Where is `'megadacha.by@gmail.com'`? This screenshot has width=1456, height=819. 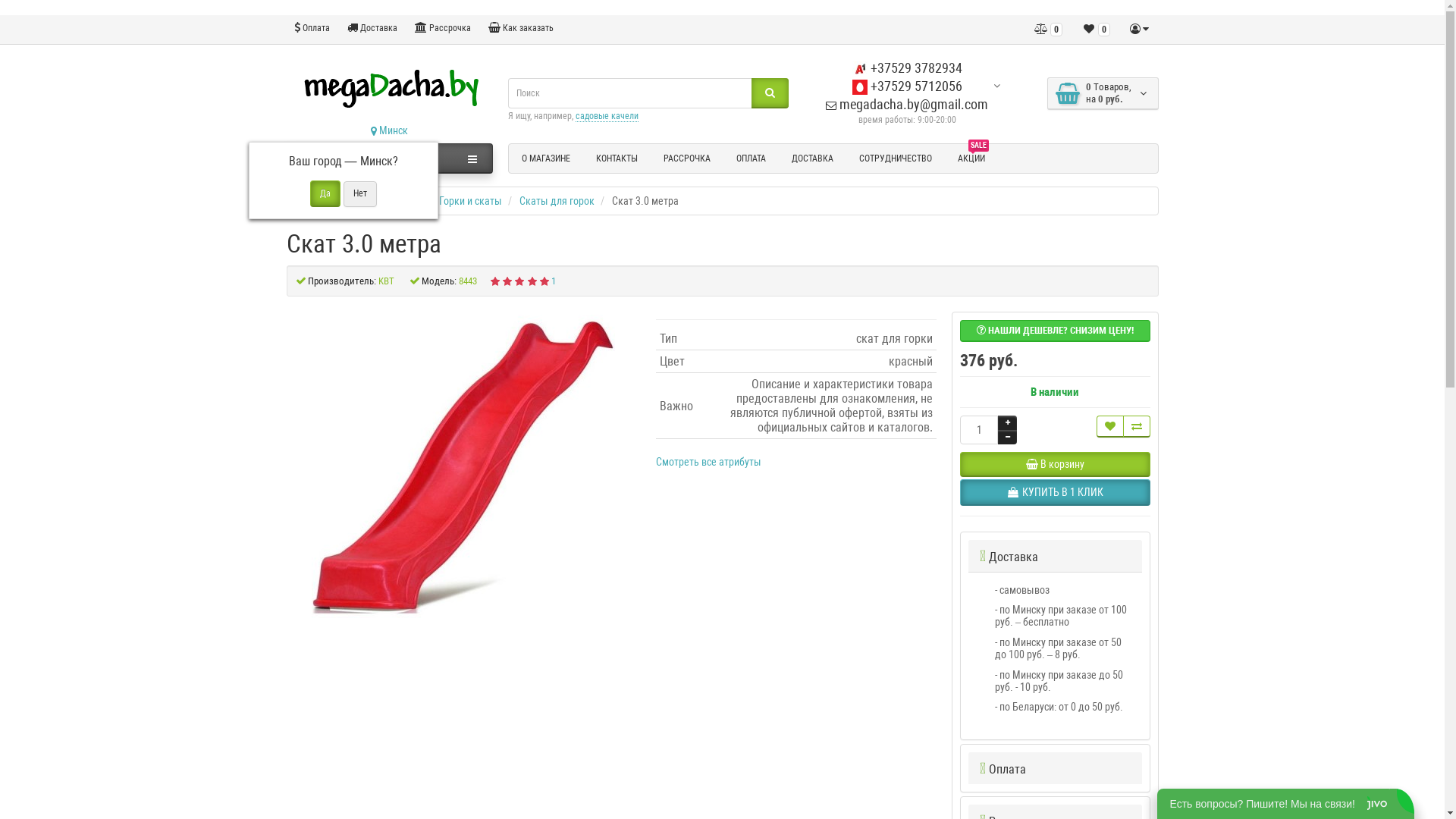
'megadacha.by@gmail.com' is located at coordinates (906, 103).